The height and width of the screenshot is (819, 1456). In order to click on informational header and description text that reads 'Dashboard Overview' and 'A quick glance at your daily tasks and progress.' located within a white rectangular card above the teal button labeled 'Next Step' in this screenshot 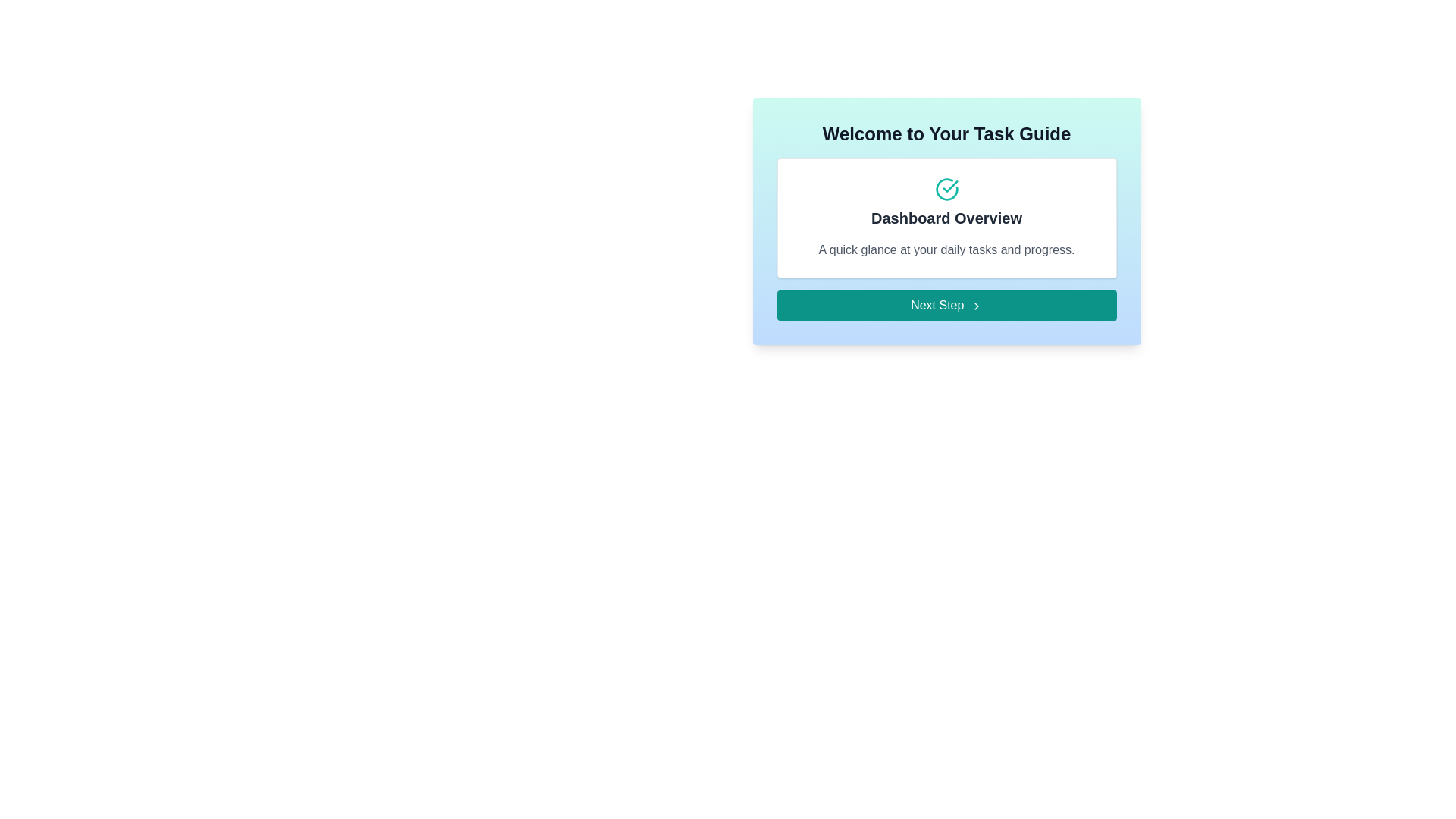, I will do `click(946, 218)`.